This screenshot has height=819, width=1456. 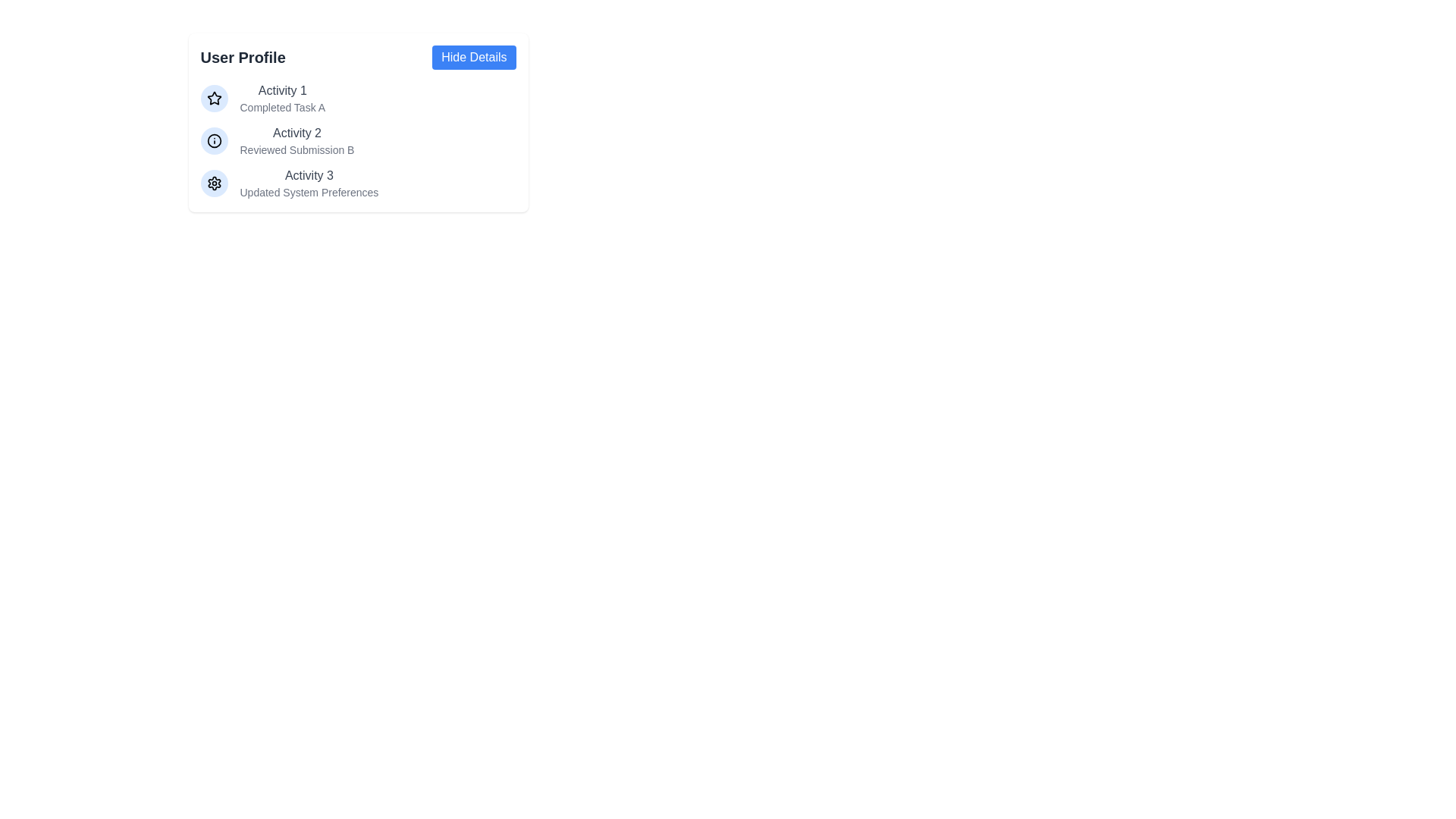 I want to click on the cog icon representing settings, so click(x=213, y=183).